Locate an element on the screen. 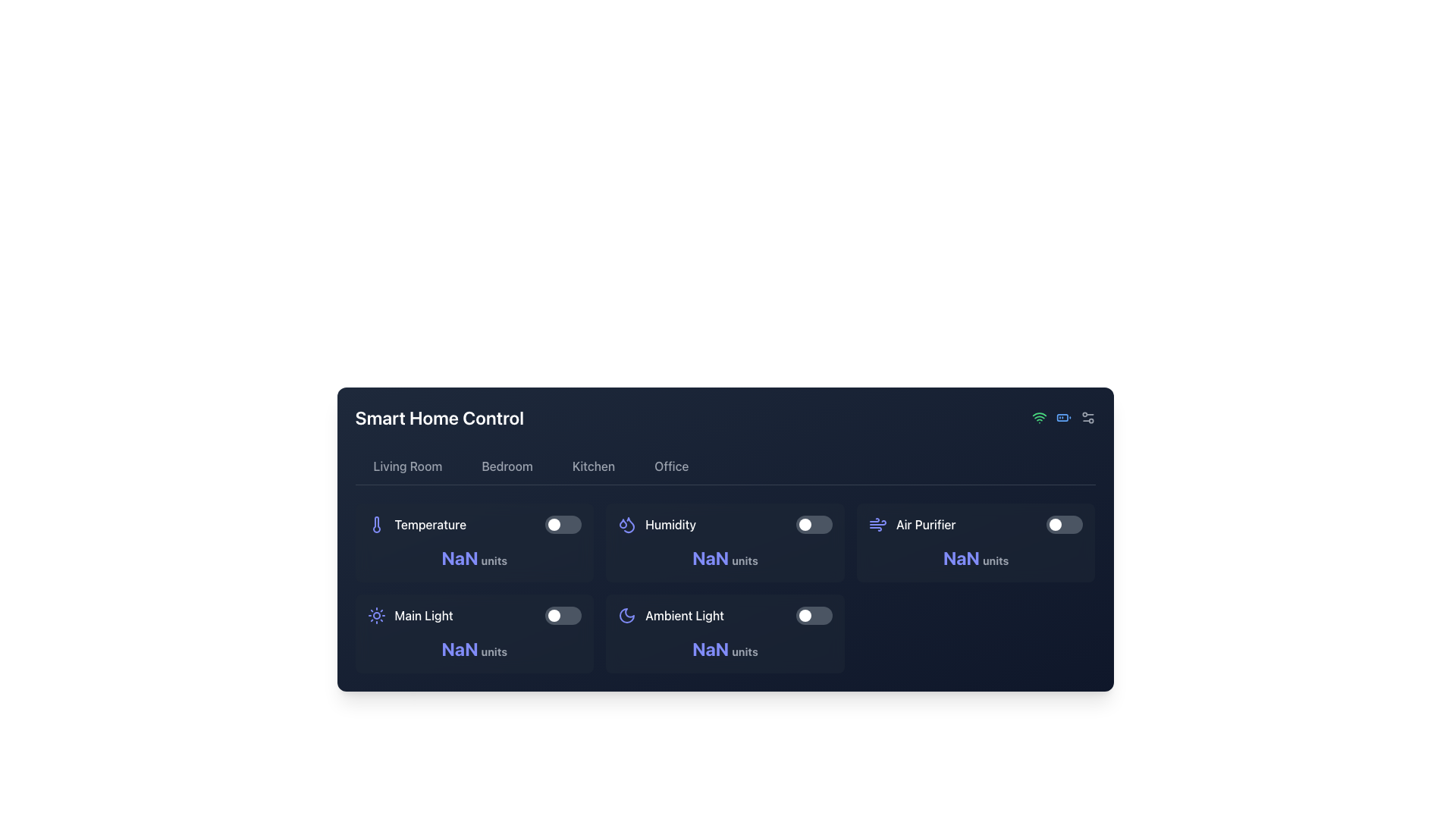  the thermometer icon located to the left of the 'Temperature' label in the top-left segment of the interface, which serves a decorative purpose is located at coordinates (376, 523).